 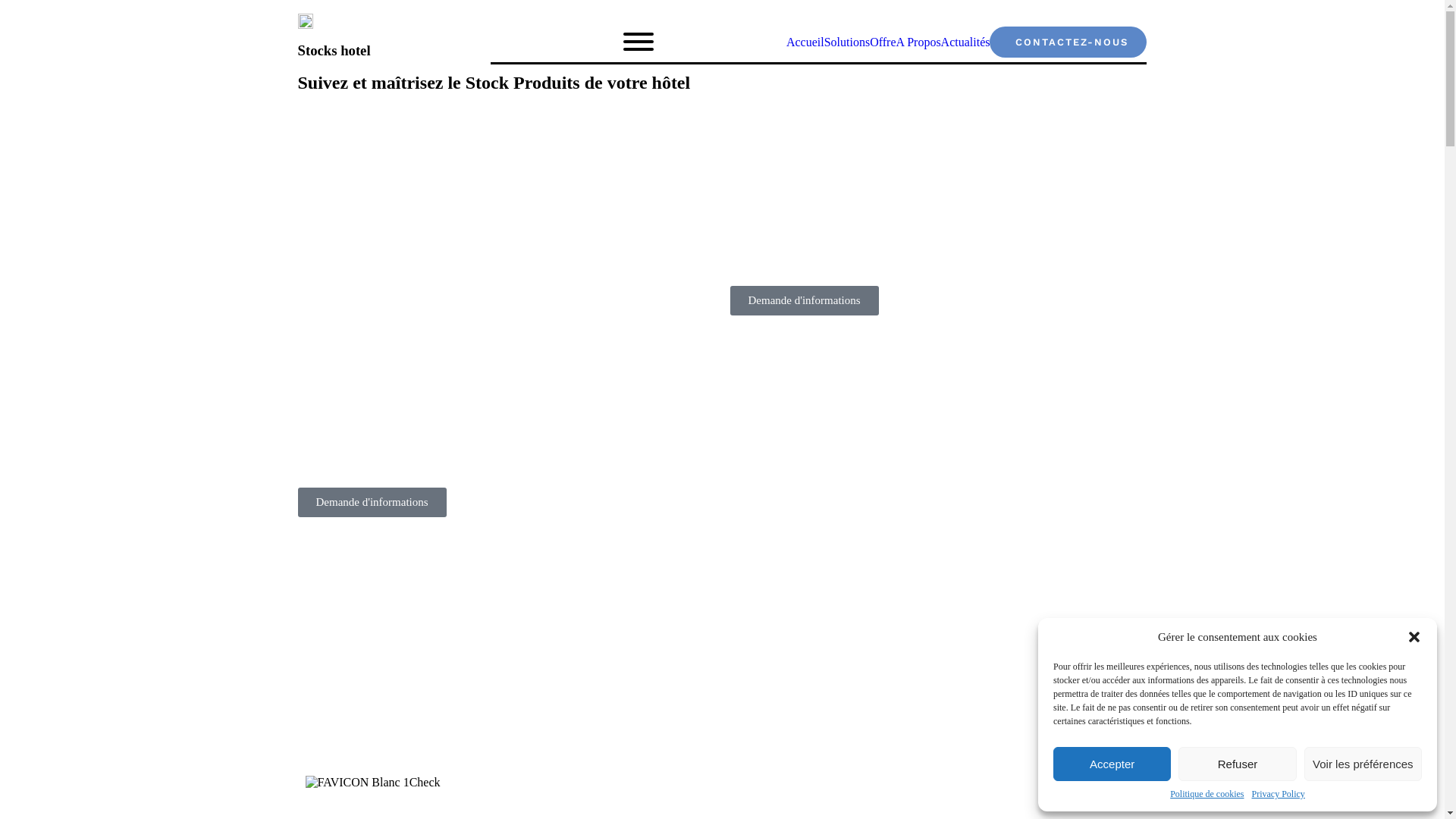 What do you see at coordinates (1067, 41) in the screenshot?
I see `'CONTACTEZ-NOUS'` at bounding box center [1067, 41].